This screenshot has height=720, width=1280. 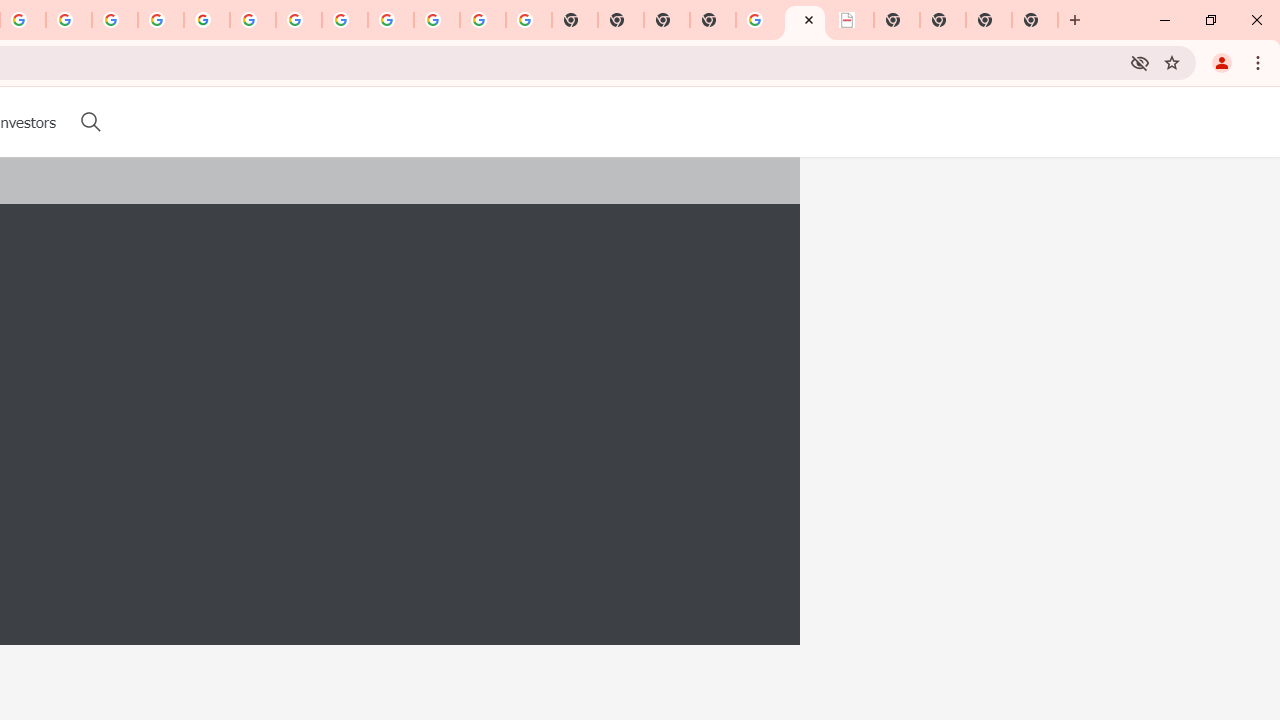 I want to click on 'BAE Systems Brasil | BAE Systems', so click(x=851, y=20).